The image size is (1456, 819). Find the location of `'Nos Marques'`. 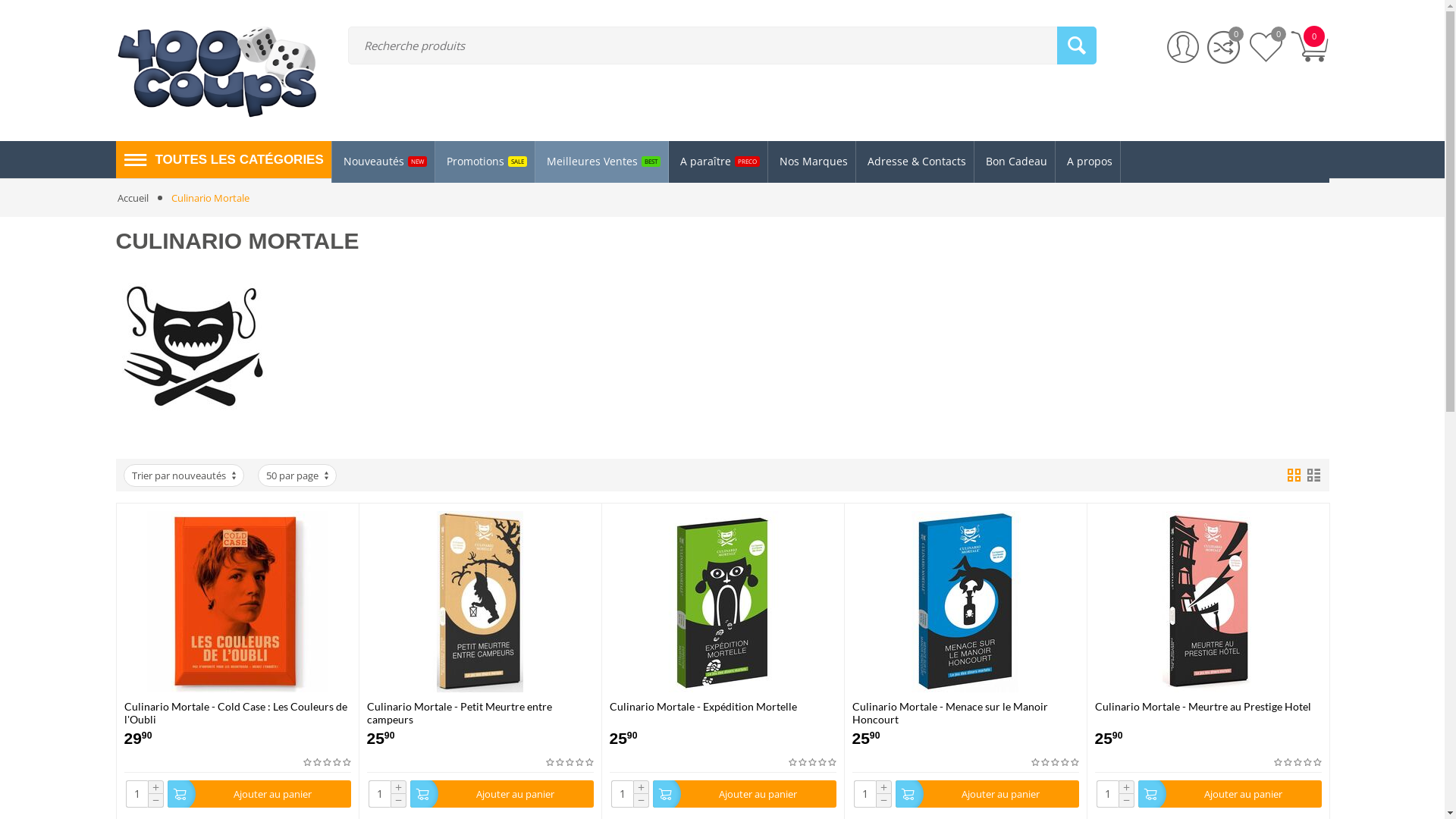

'Nos Marques' is located at coordinates (811, 162).